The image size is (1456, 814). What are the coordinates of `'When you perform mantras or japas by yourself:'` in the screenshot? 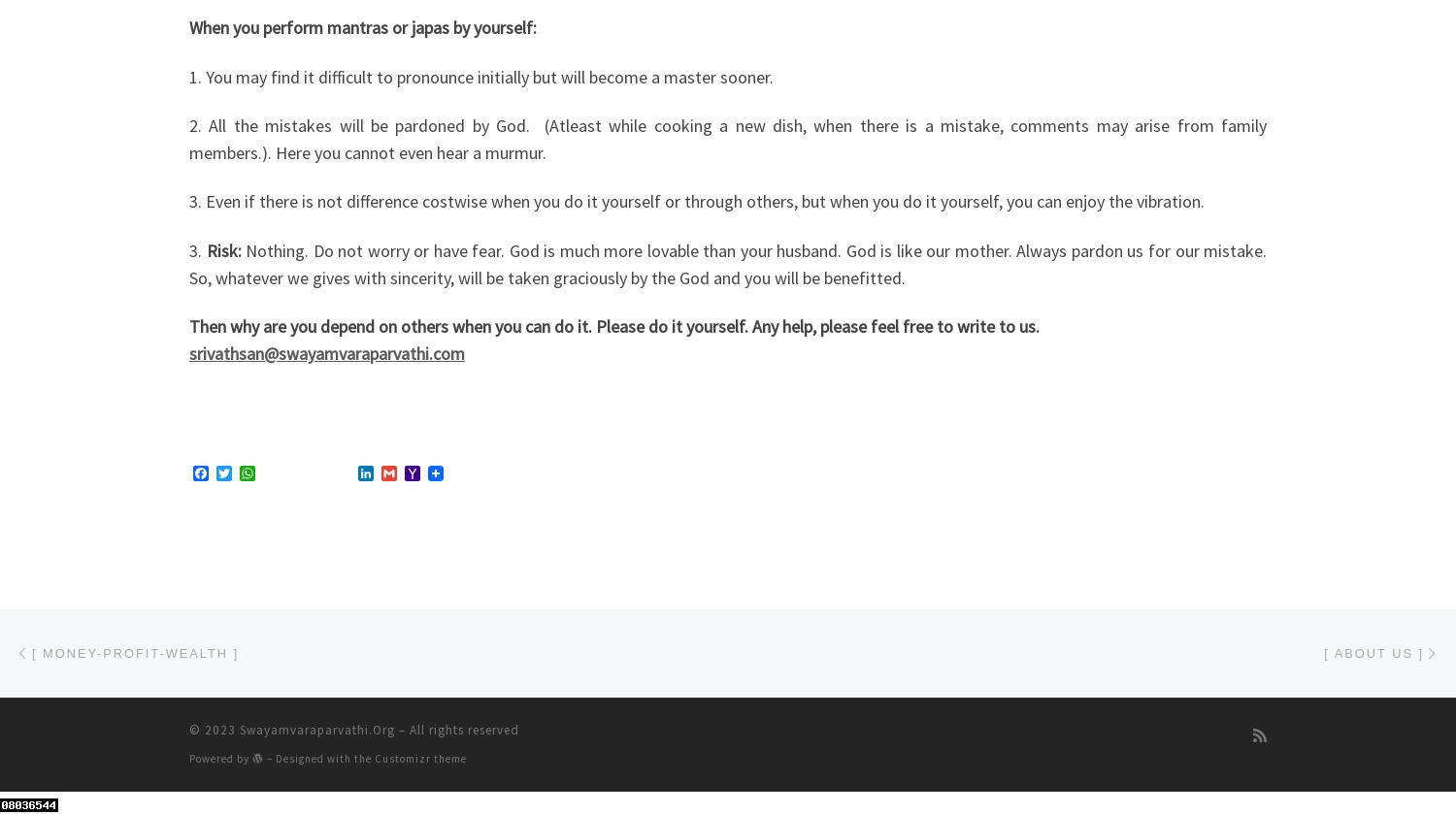 It's located at (361, 27).